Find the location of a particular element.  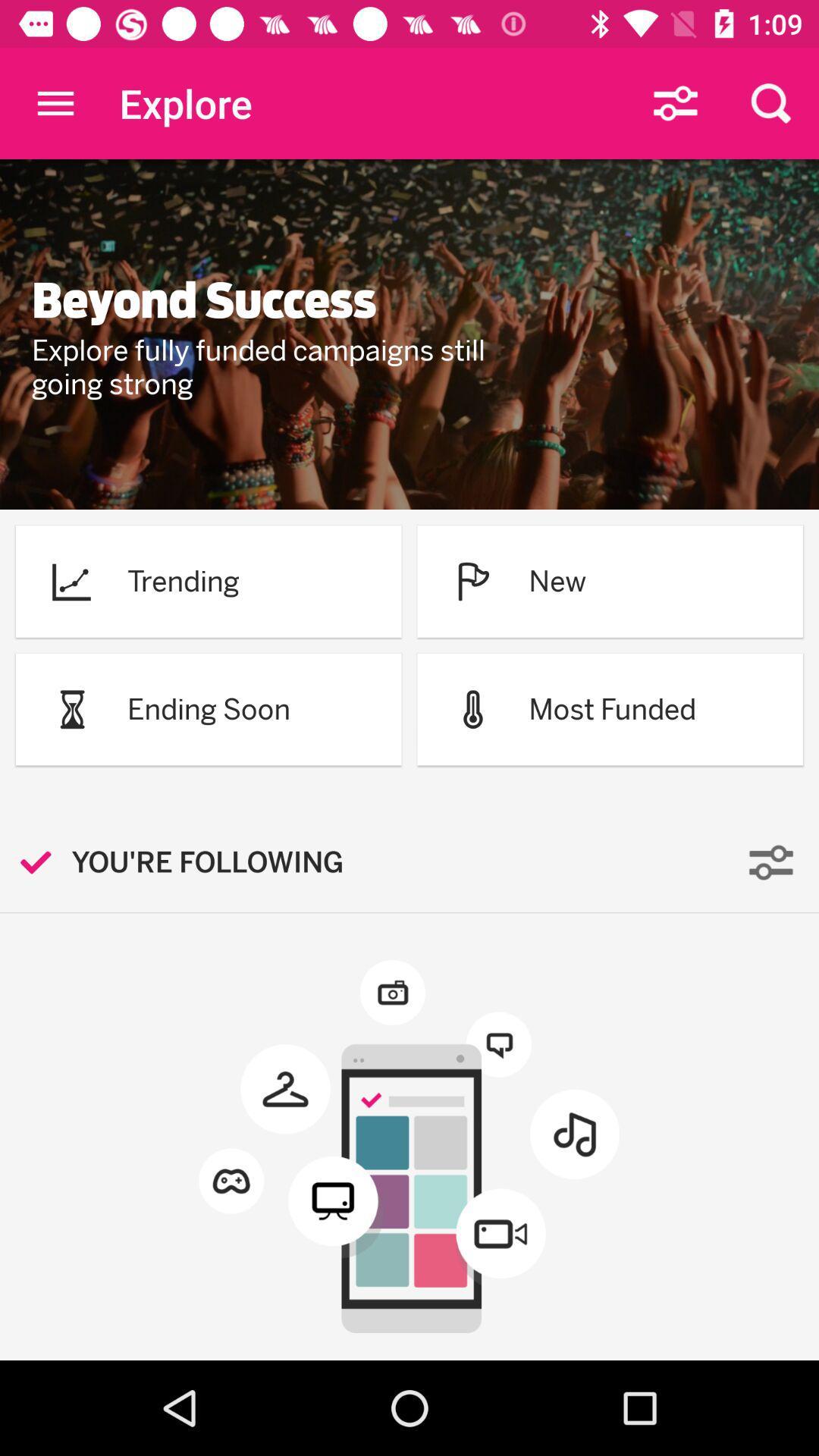

icon to the left of the trending icon is located at coordinates (71, 580).